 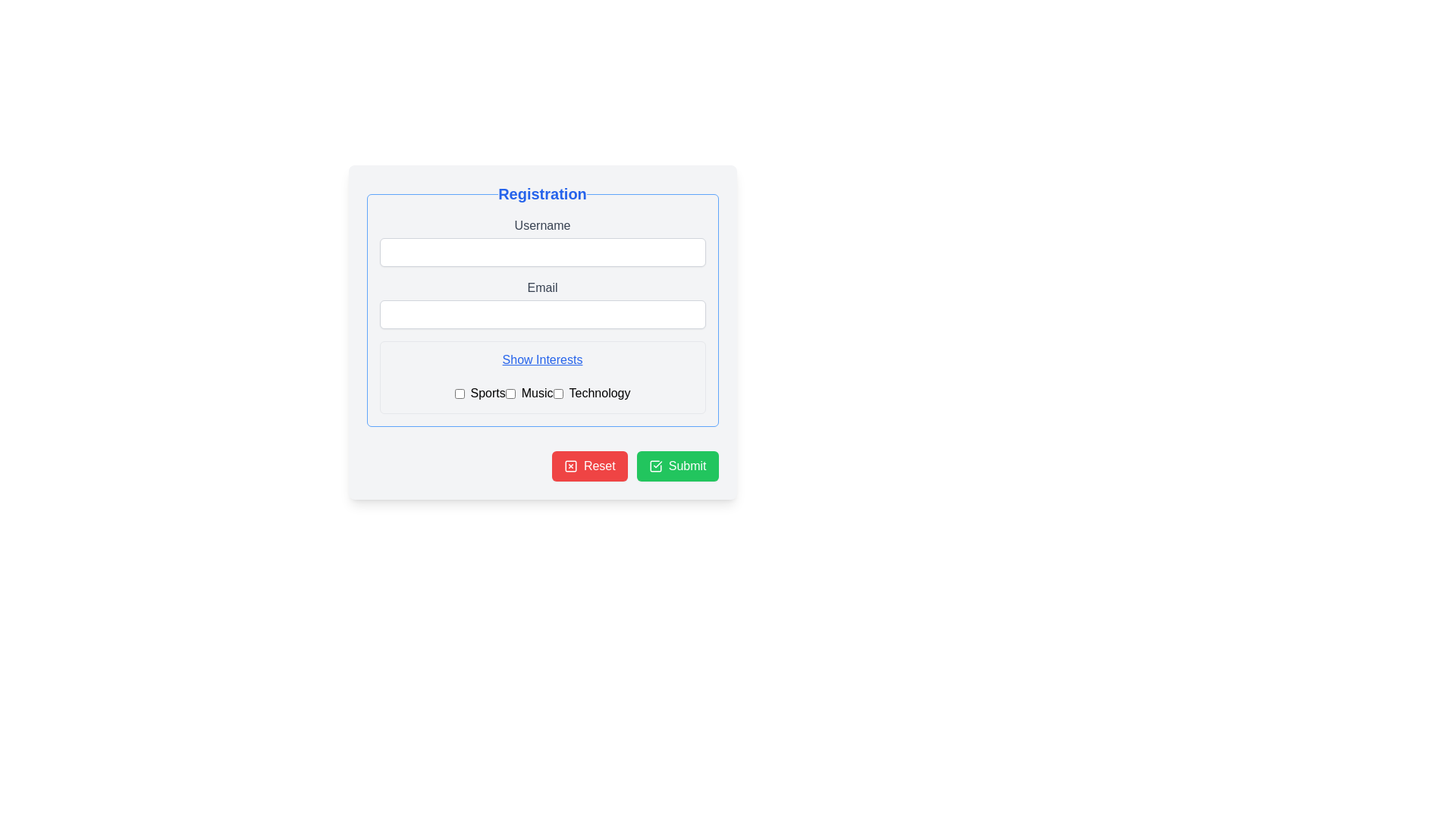 I want to click on the text label displaying 'Email', which is styled in medium-sized, bold gray text and located centrally beneath the 'Username' label and above the email input field, so click(x=542, y=288).